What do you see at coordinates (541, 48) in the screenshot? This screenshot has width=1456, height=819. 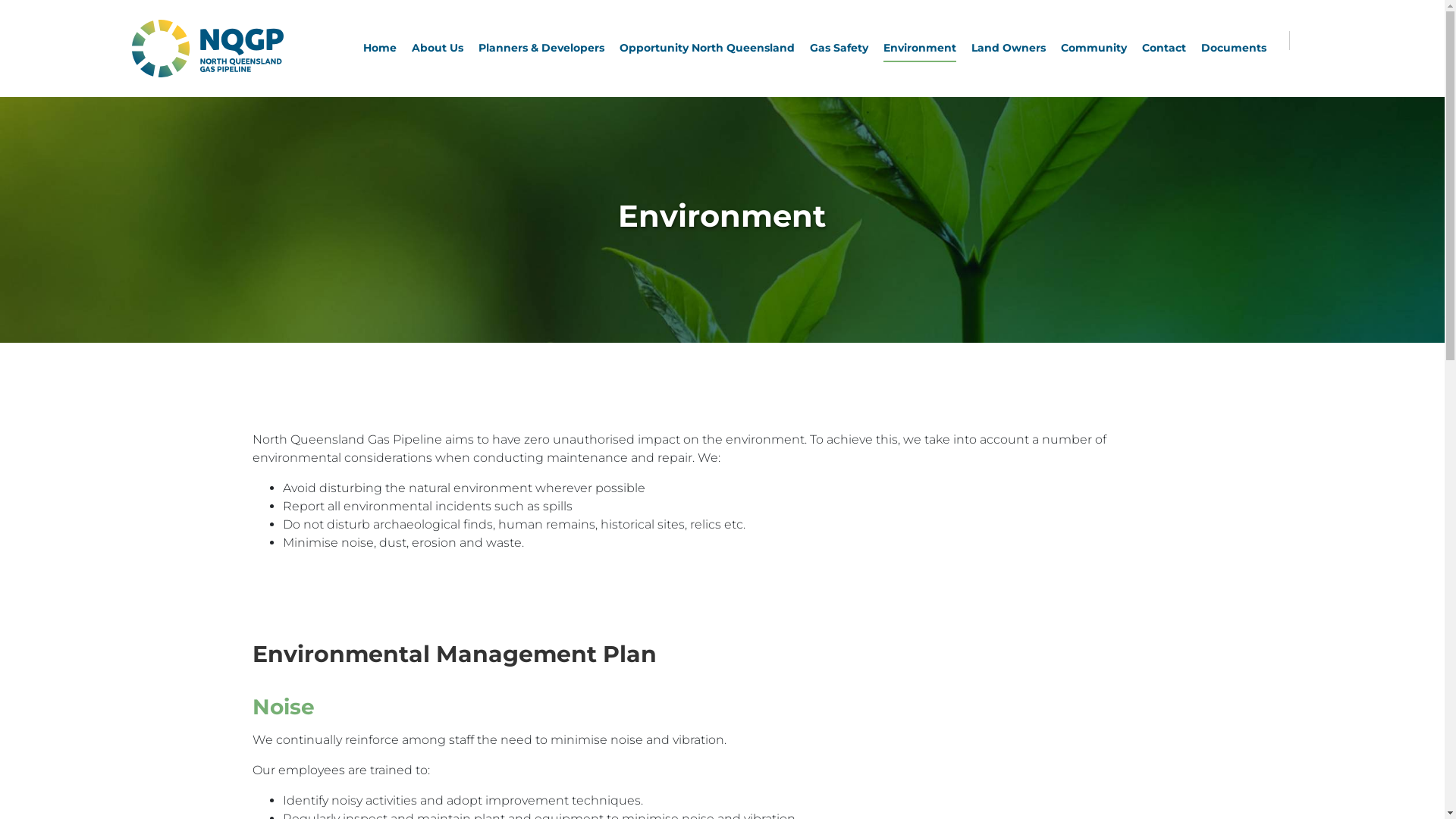 I see `'Planners & Developers'` at bounding box center [541, 48].